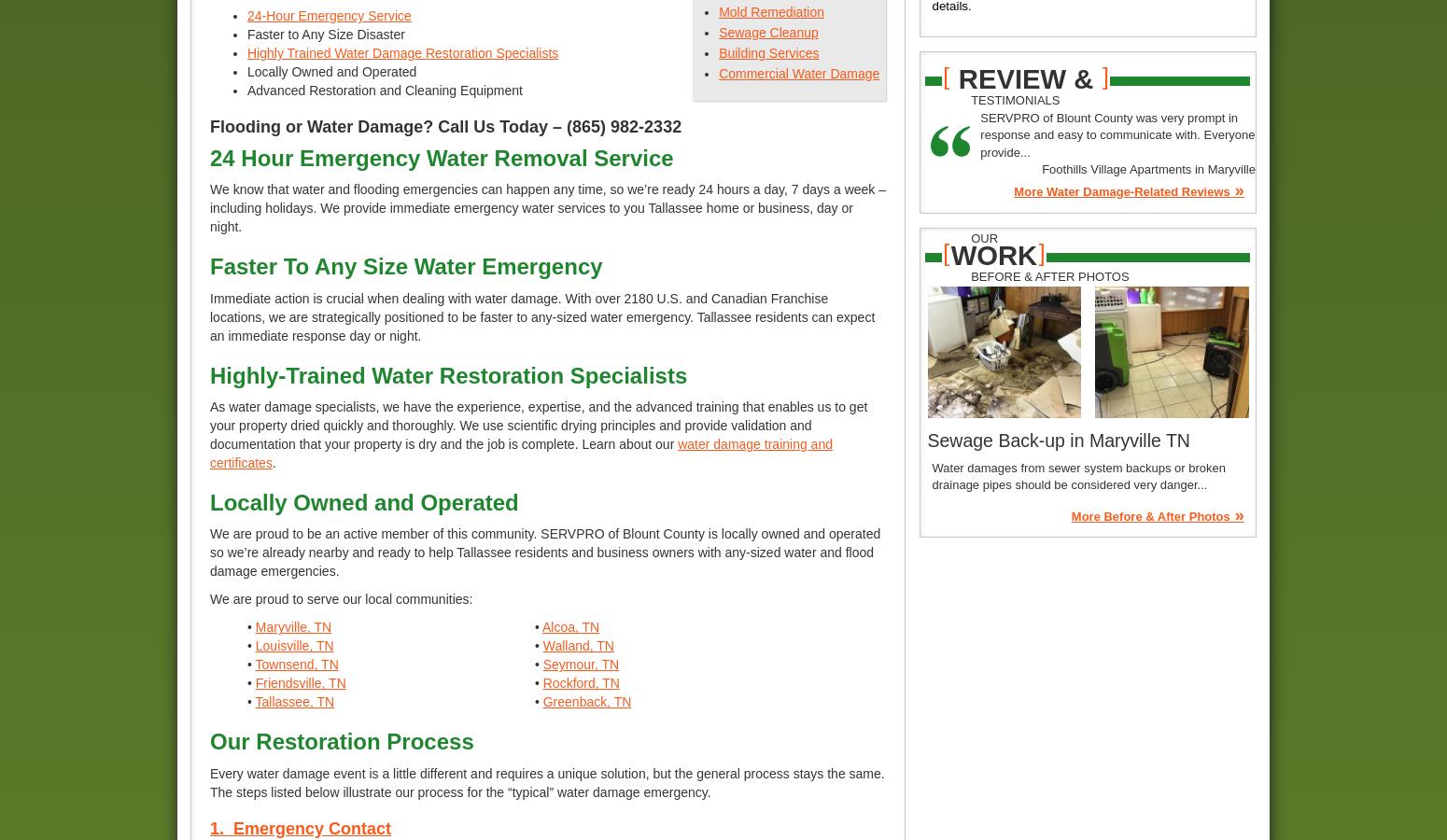  Describe the element at coordinates (388, 126) in the screenshot. I see `'Flooding or Water Damage? Call Us Today –'` at that location.